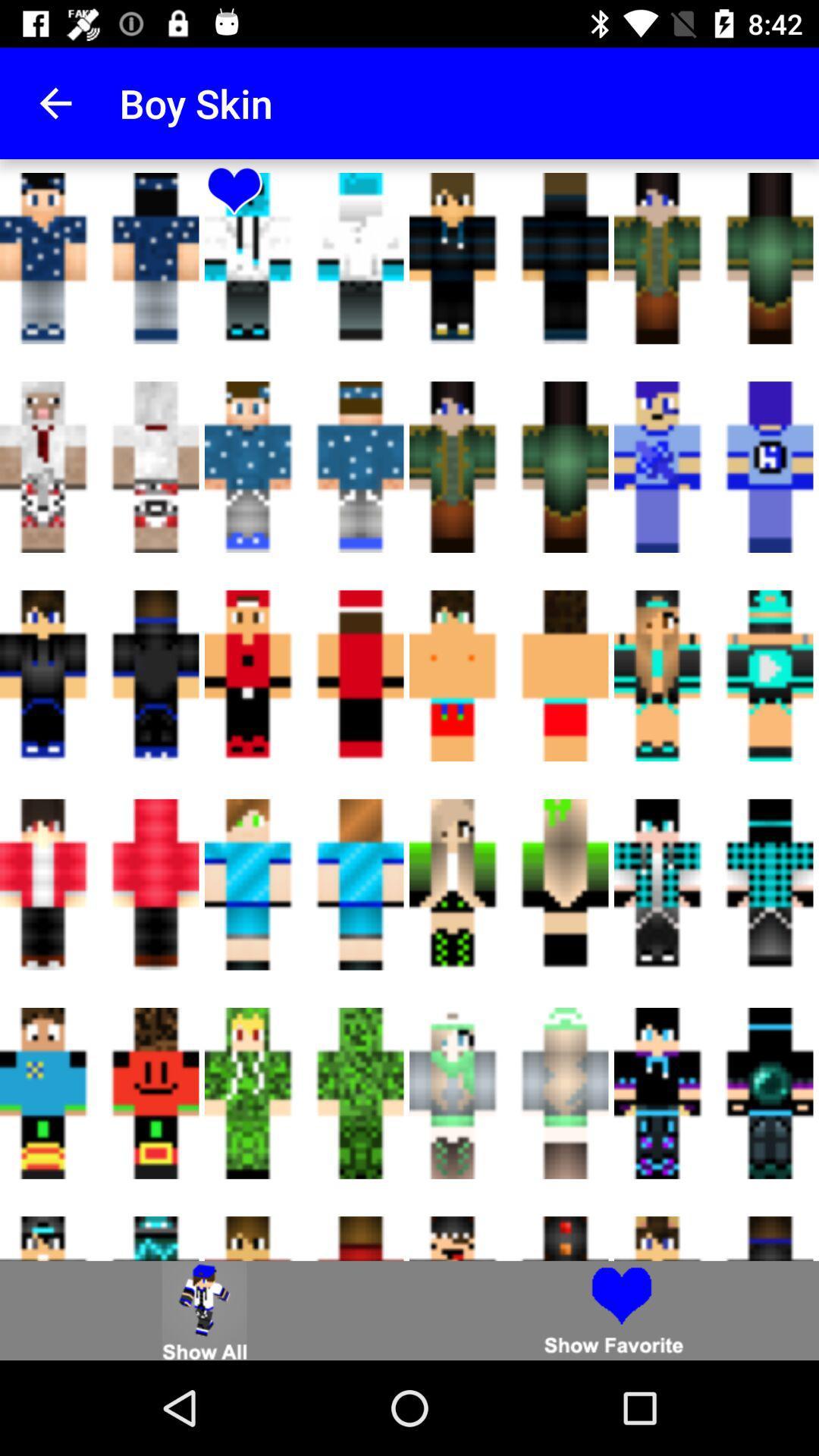 Image resolution: width=819 pixels, height=1456 pixels. Describe the element at coordinates (614, 1310) in the screenshot. I see `show favorite` at that location.